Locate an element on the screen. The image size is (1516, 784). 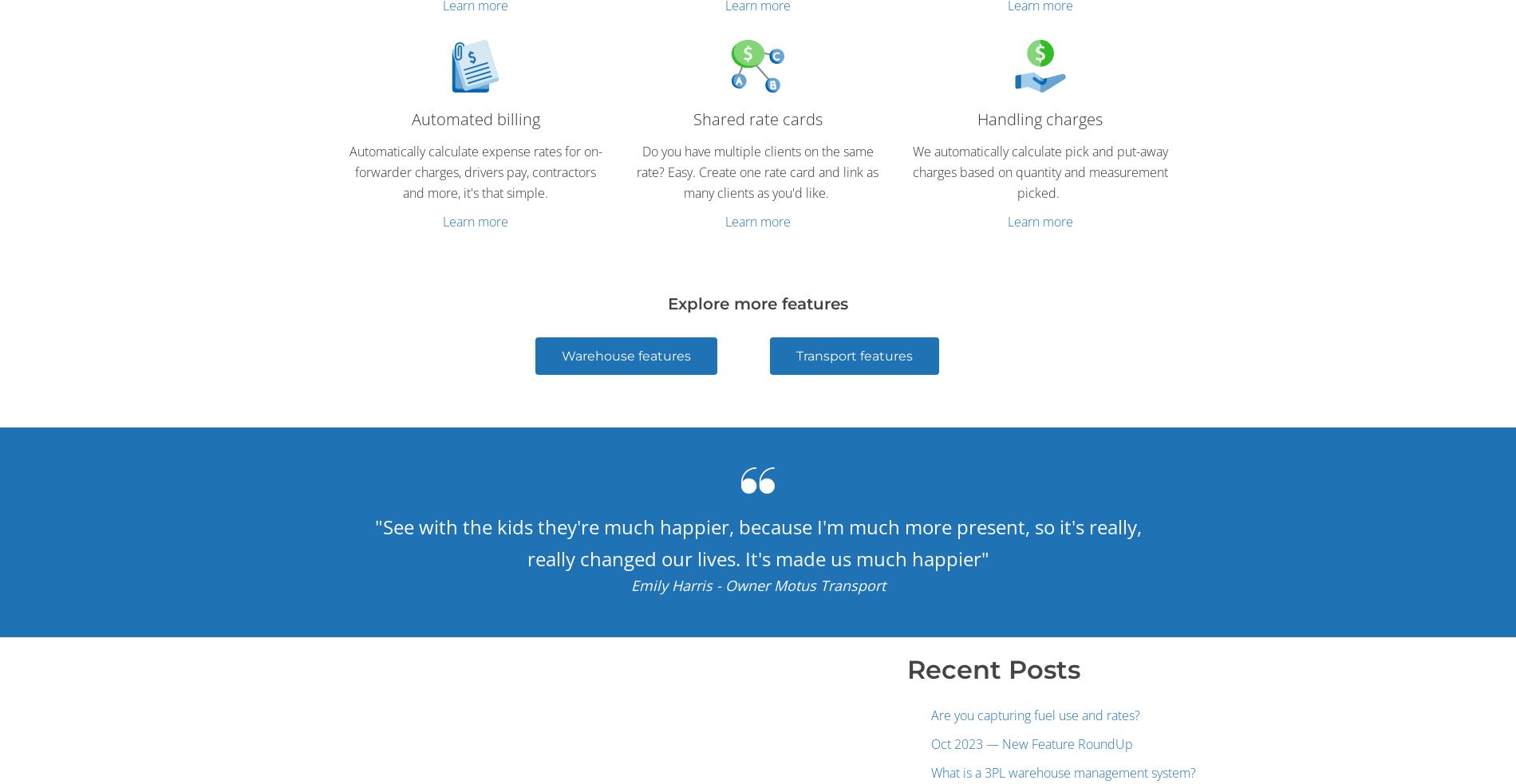
'Automated billing' is located at coordinates (475, 117).